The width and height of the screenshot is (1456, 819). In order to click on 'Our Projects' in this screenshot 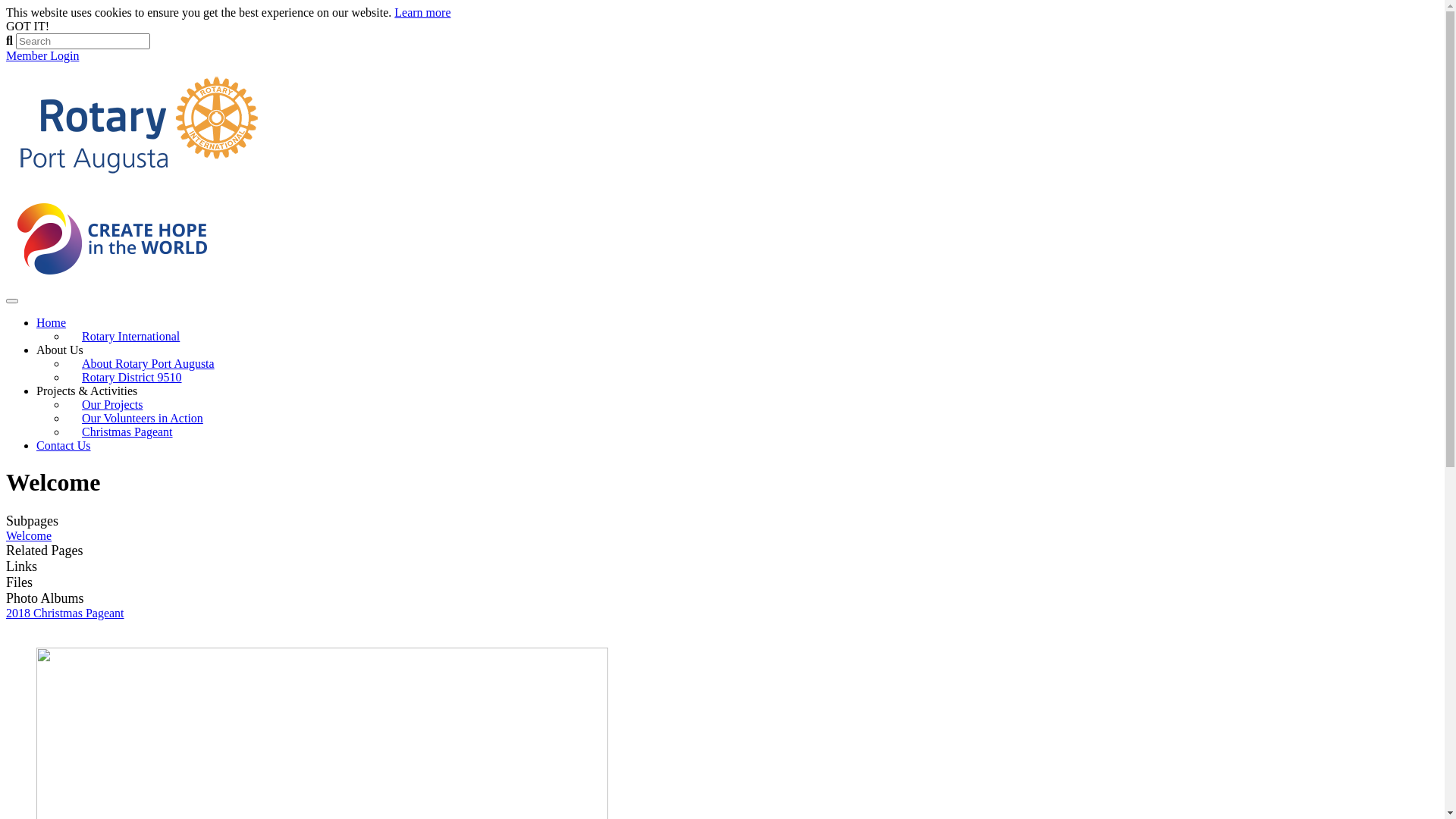, I will do `click(111, 403)`.